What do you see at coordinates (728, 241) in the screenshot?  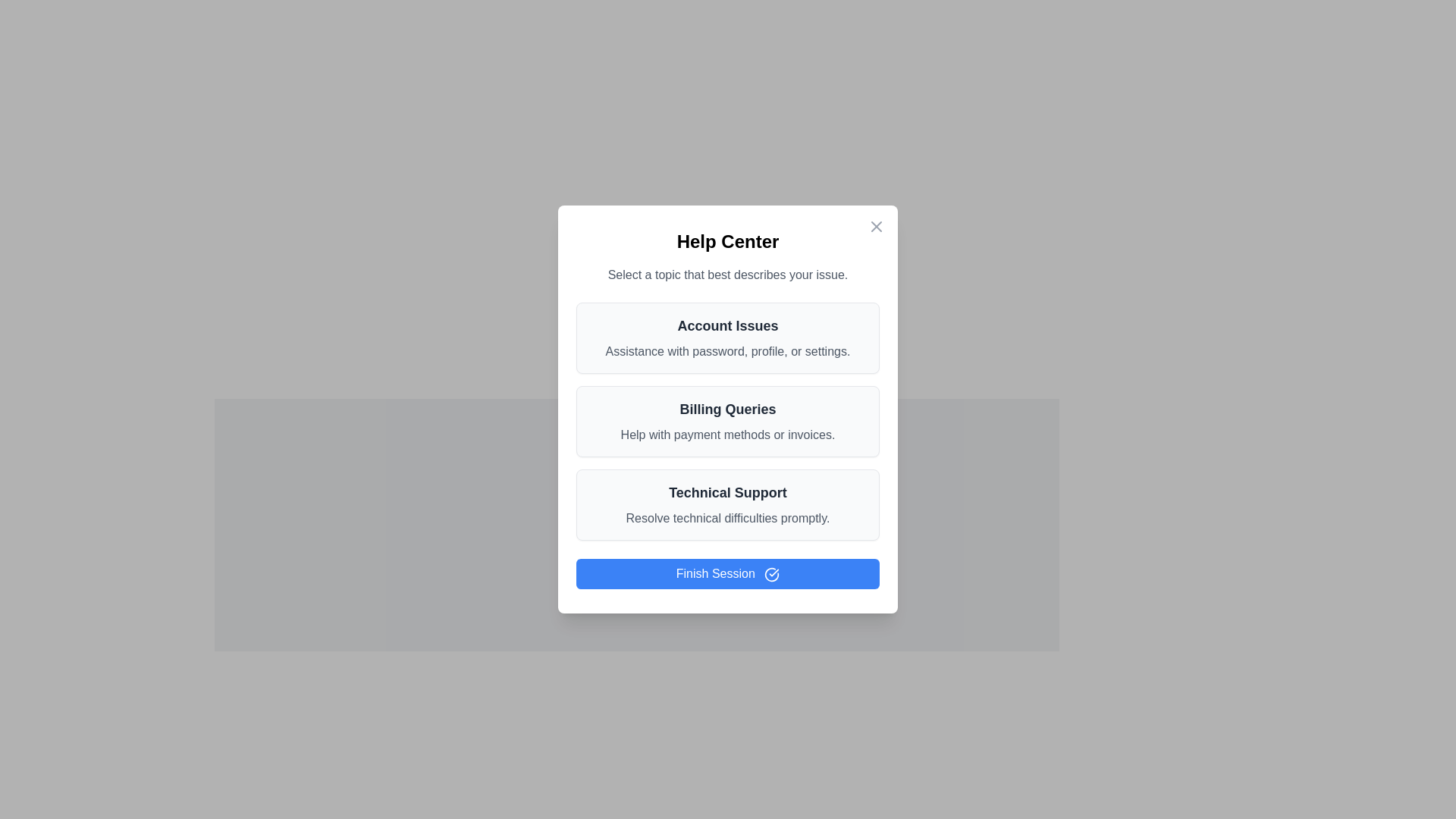 I see `the header text element that indicates the topic or category of the current interface segment, positioned at the top-centre of the modal, above the text 'Select a topic that best describes your issue.'` at bounding box center [728, 241].